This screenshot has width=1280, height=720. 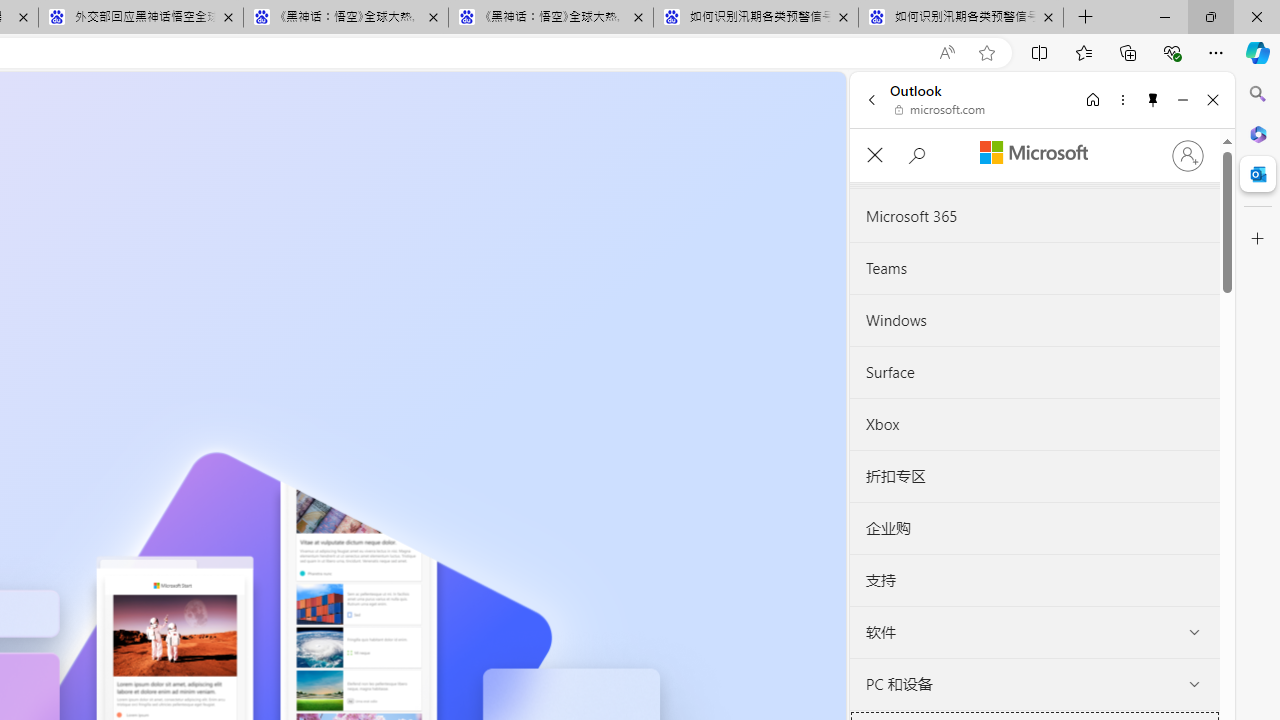 What do you see at coordinates (1034, 423) in the screenshot?
I see `'Xbox'` at bounding box center [1034, 423].